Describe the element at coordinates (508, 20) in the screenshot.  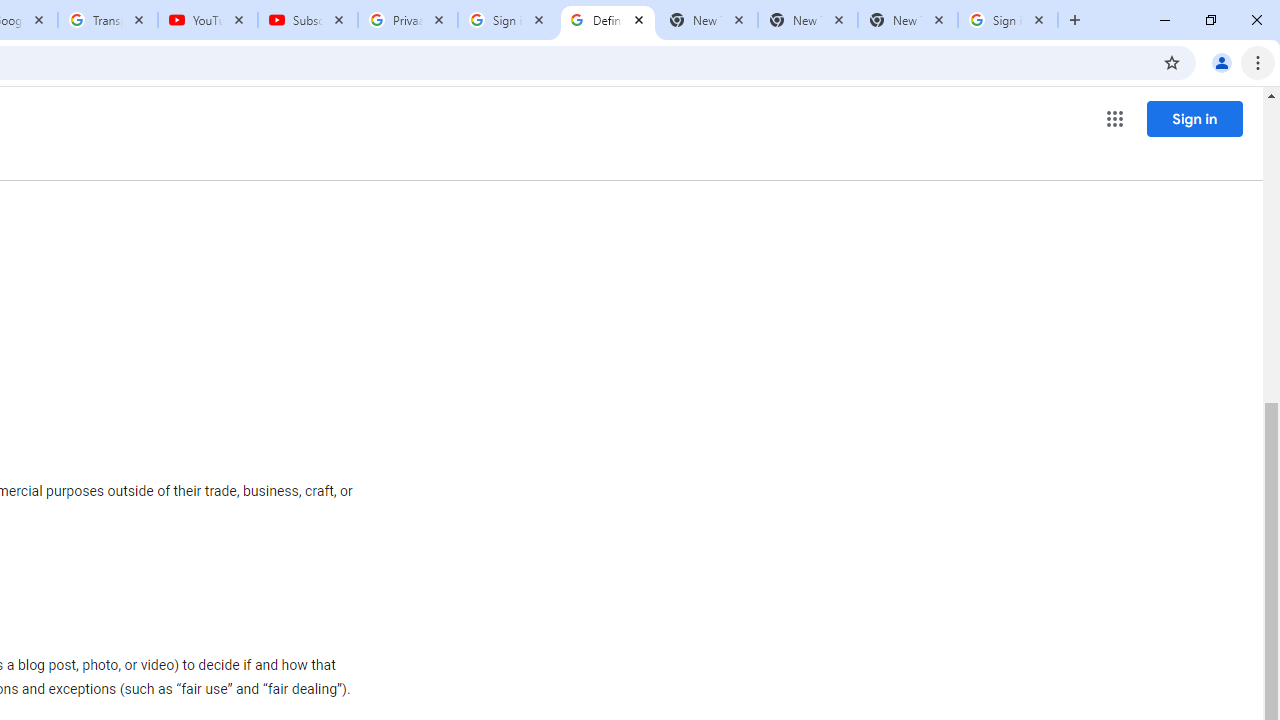
I see `'Sign in - Google Accounts'` at that location.